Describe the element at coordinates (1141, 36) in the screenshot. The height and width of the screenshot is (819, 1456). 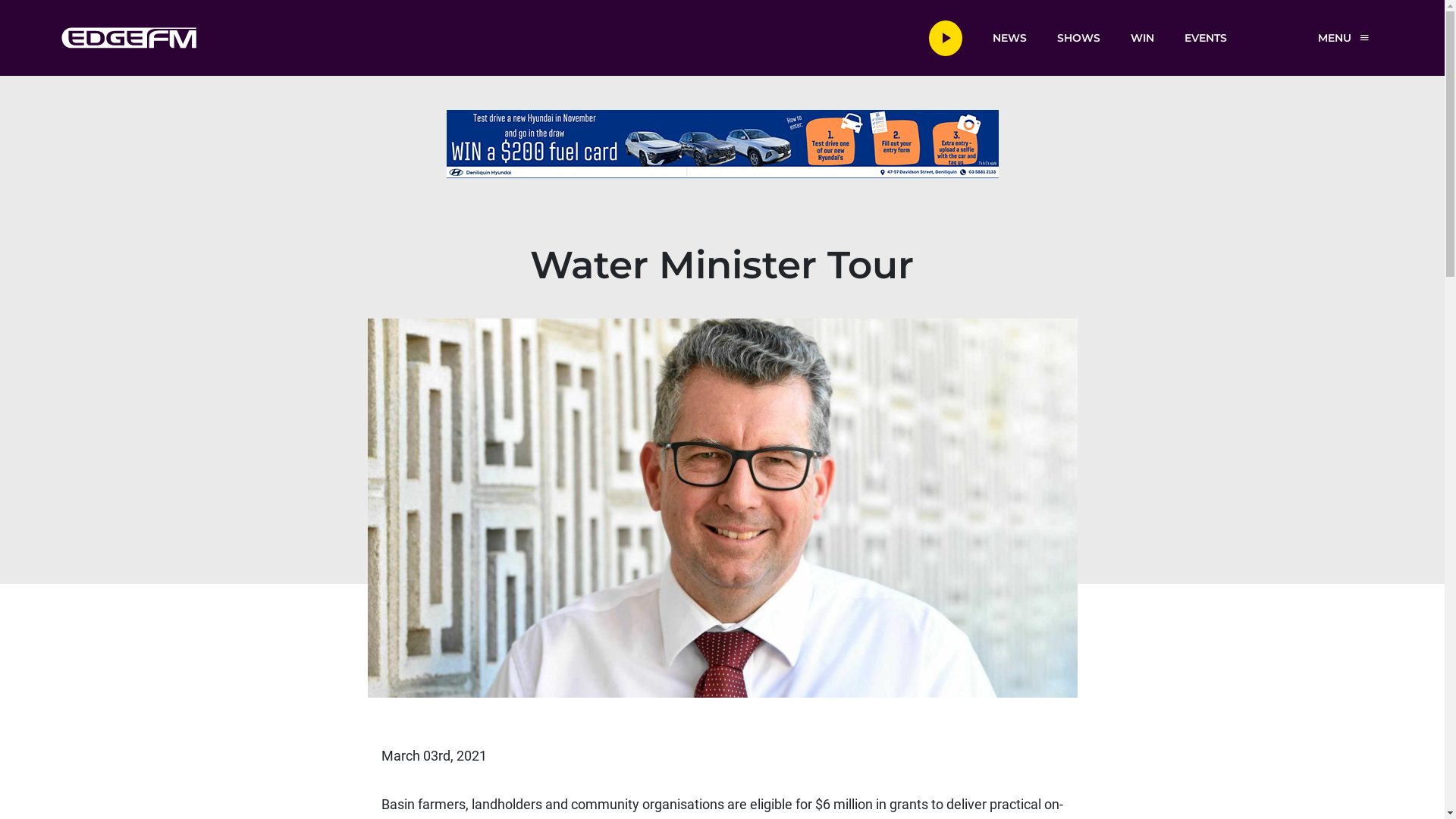
I see `'WIN'` at that location.